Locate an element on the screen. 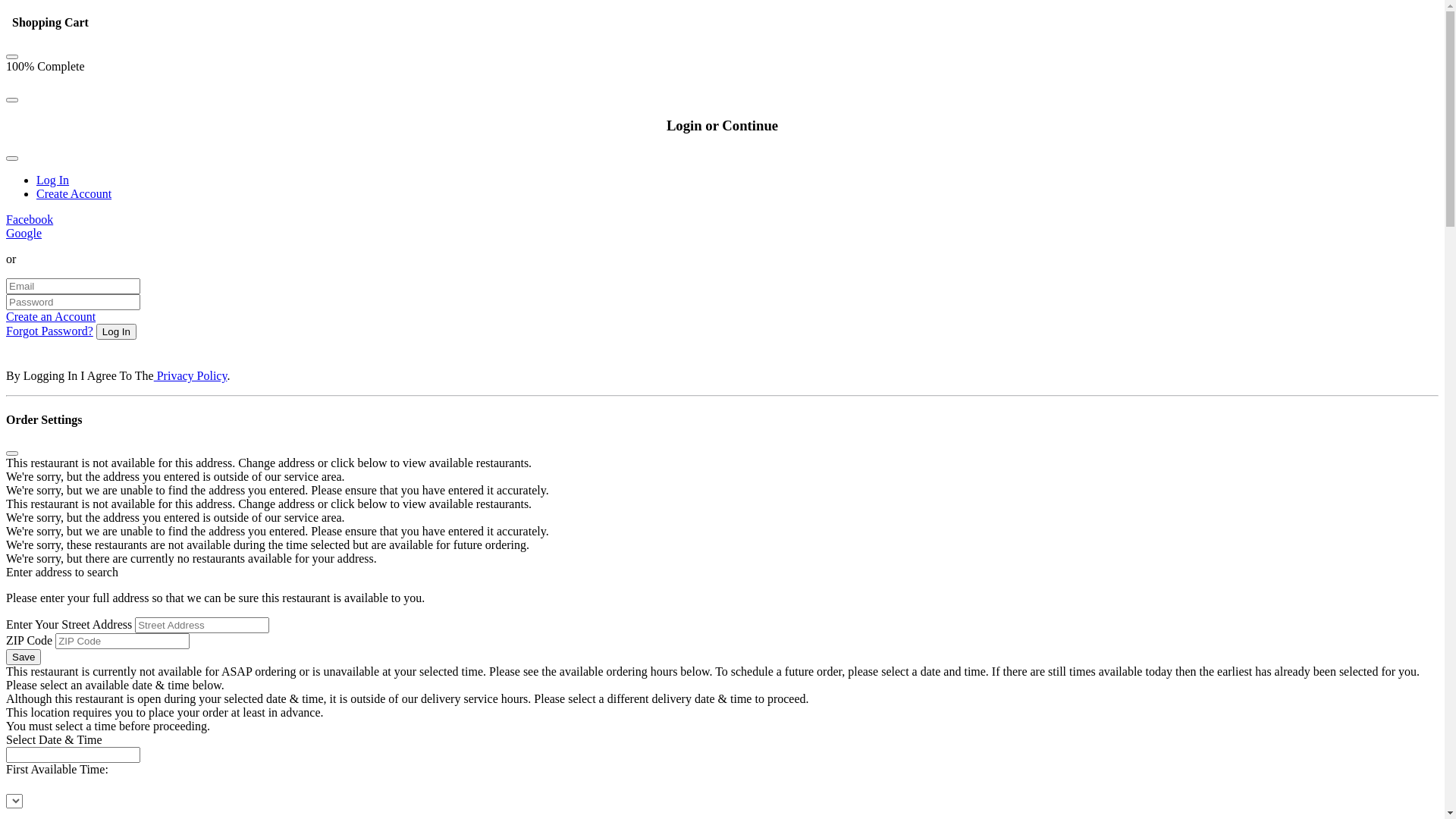  'Privacy Policy' is located at coordinates (190, 375).